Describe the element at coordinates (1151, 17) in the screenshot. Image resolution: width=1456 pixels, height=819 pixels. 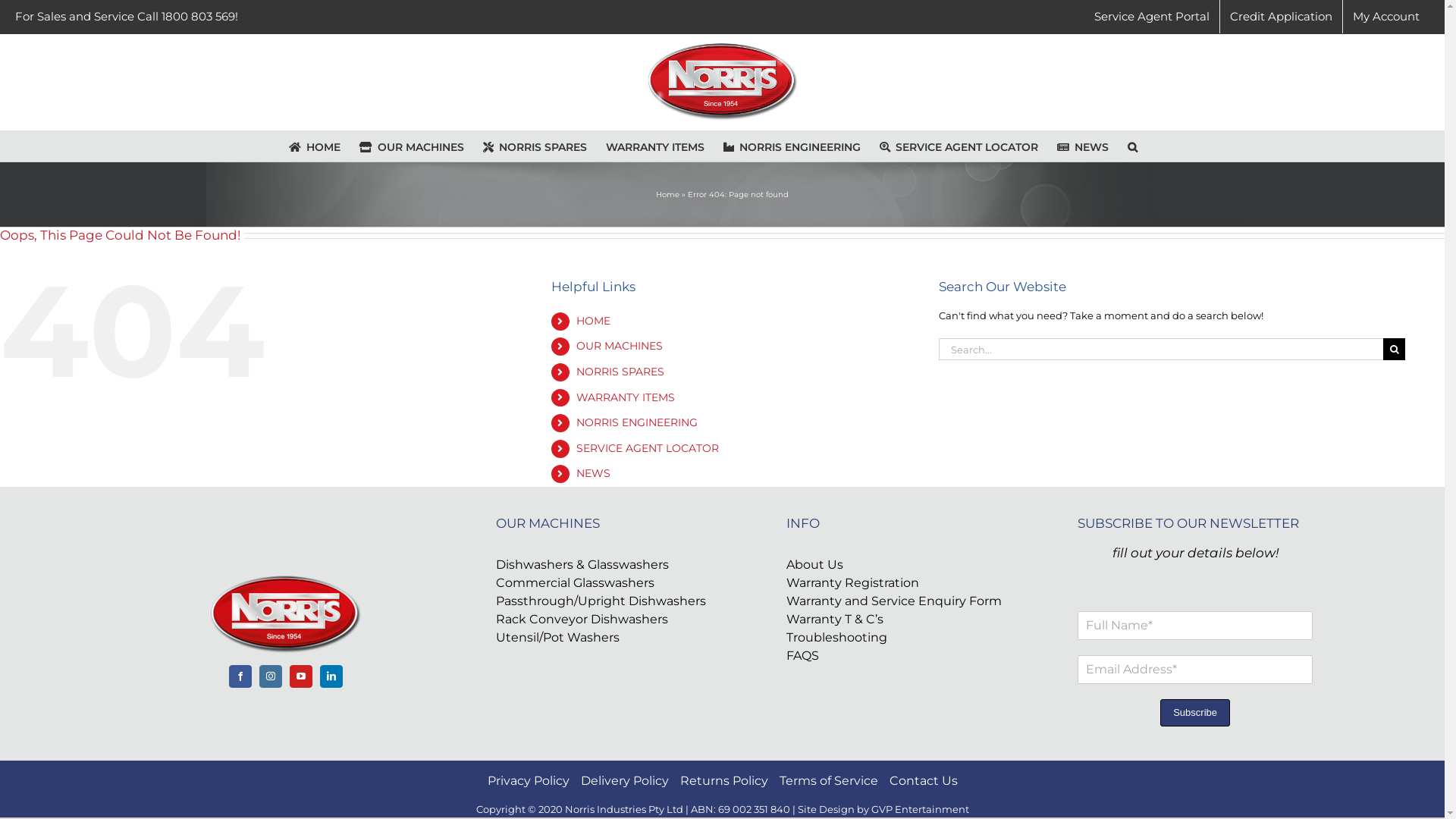
I see `'Service Agent Portal'` at that location.